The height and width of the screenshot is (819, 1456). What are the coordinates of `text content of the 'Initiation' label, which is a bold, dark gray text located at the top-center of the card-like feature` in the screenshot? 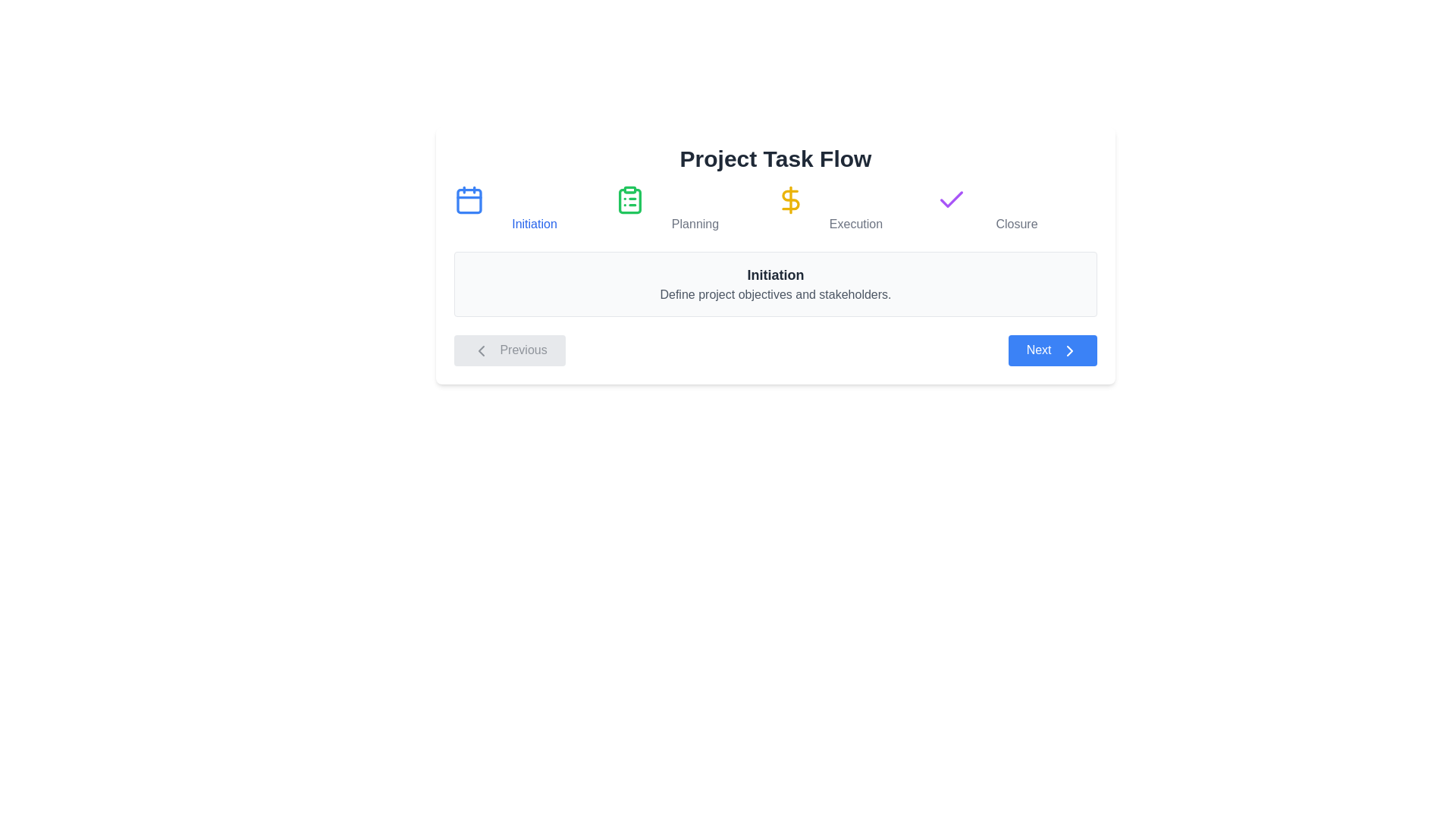 It's located at (775, 275).